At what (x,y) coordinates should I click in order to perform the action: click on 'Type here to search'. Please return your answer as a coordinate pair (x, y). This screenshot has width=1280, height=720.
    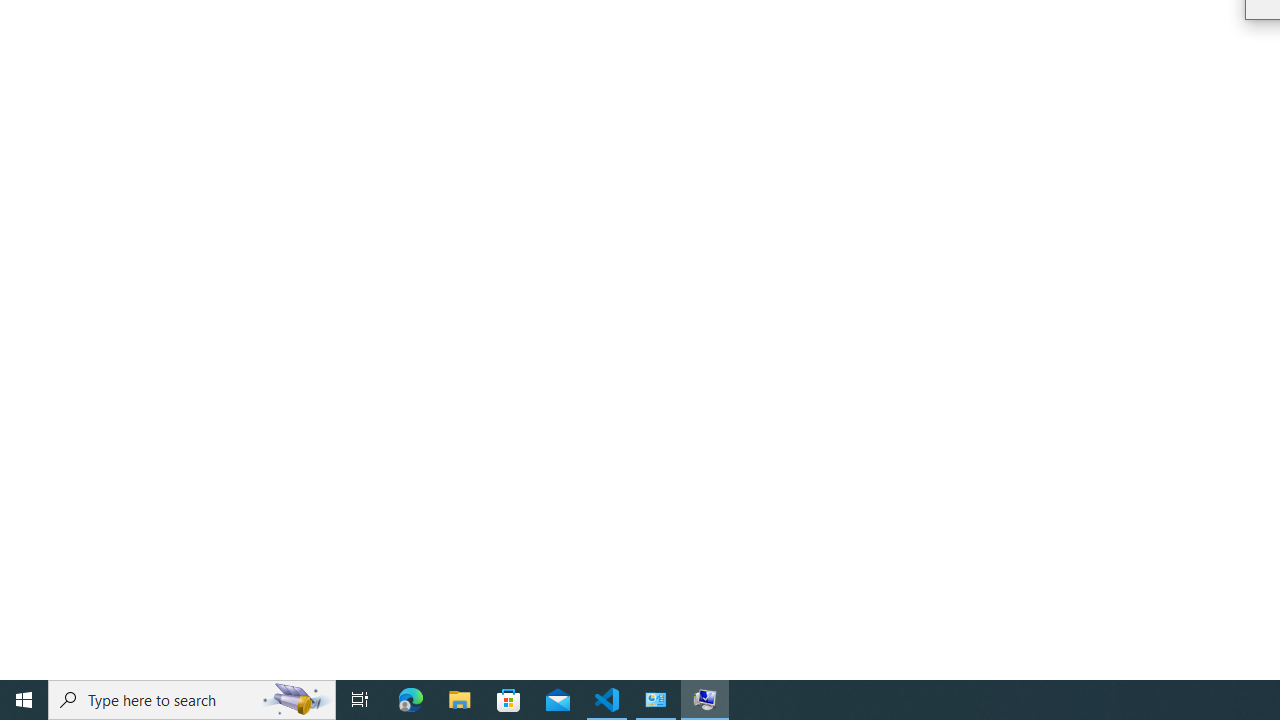
    Looking at the image, I should click on (192, 698).